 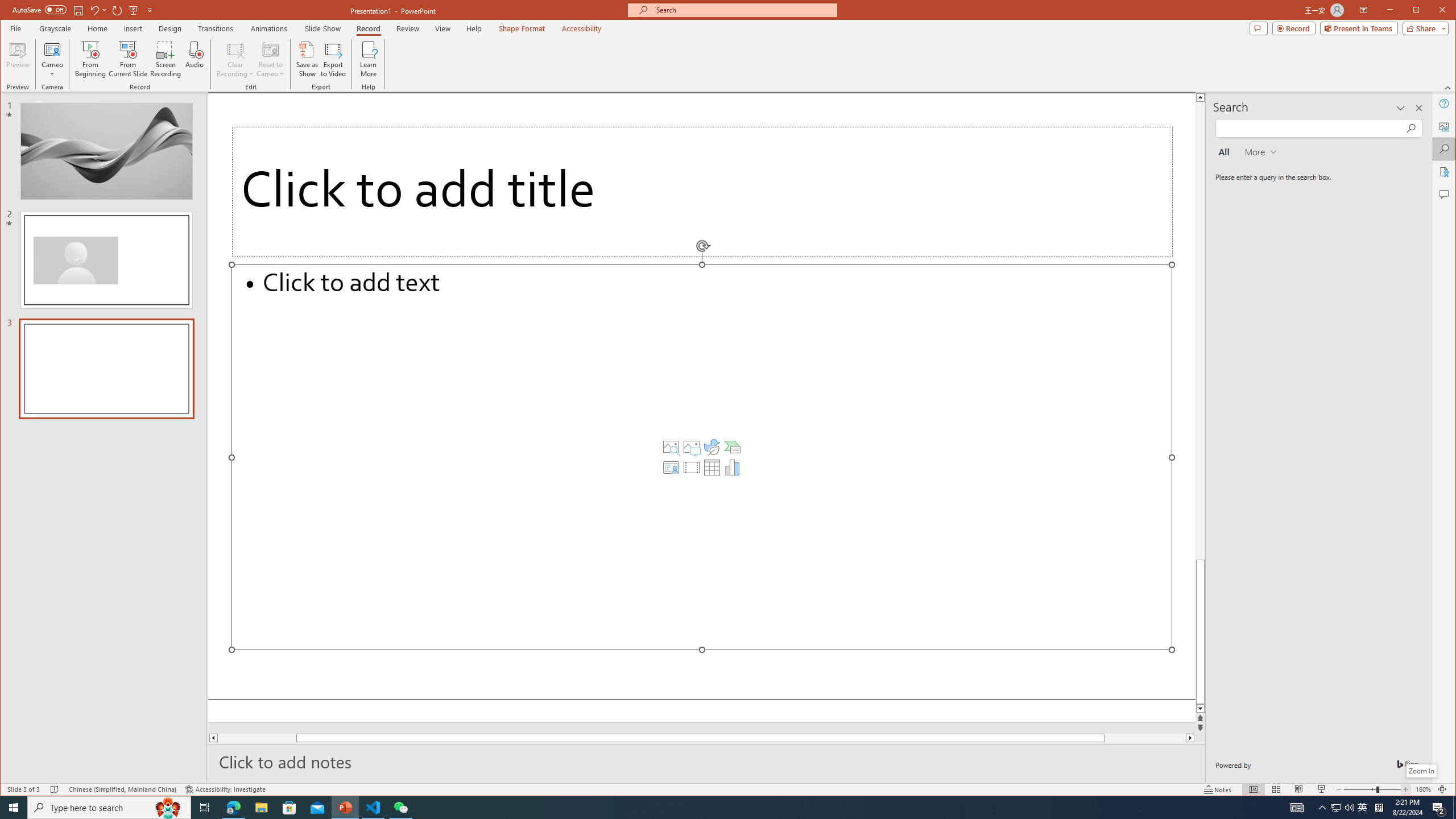 I want to click on 'Visual Studio Code - 1 running window', so click(x=373, y=806).